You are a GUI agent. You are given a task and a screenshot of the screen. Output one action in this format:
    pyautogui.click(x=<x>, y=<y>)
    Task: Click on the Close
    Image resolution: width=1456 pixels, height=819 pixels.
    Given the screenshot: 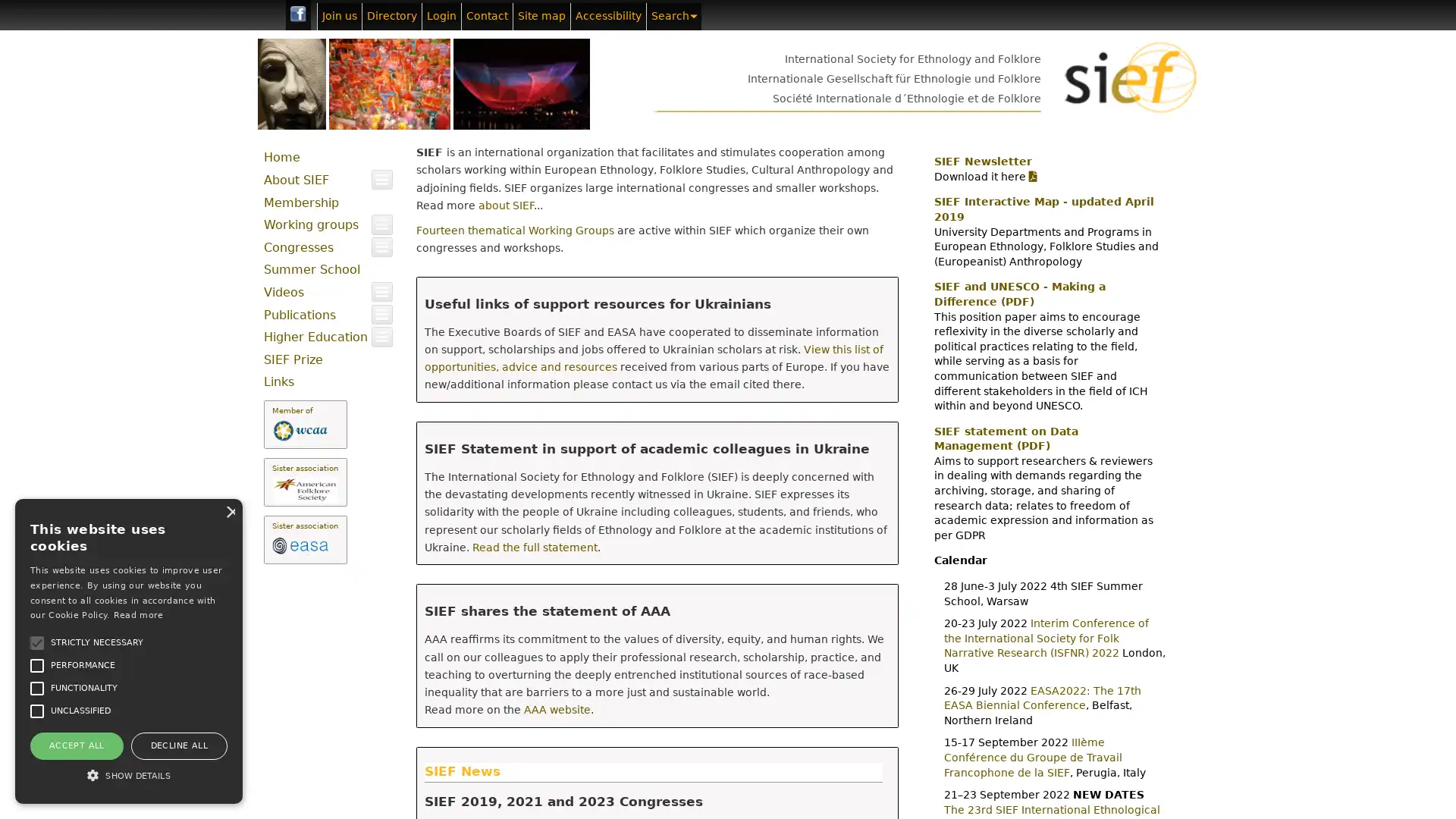 What is the action you would take?
    pyautogui.click(x=228, y=511)
    